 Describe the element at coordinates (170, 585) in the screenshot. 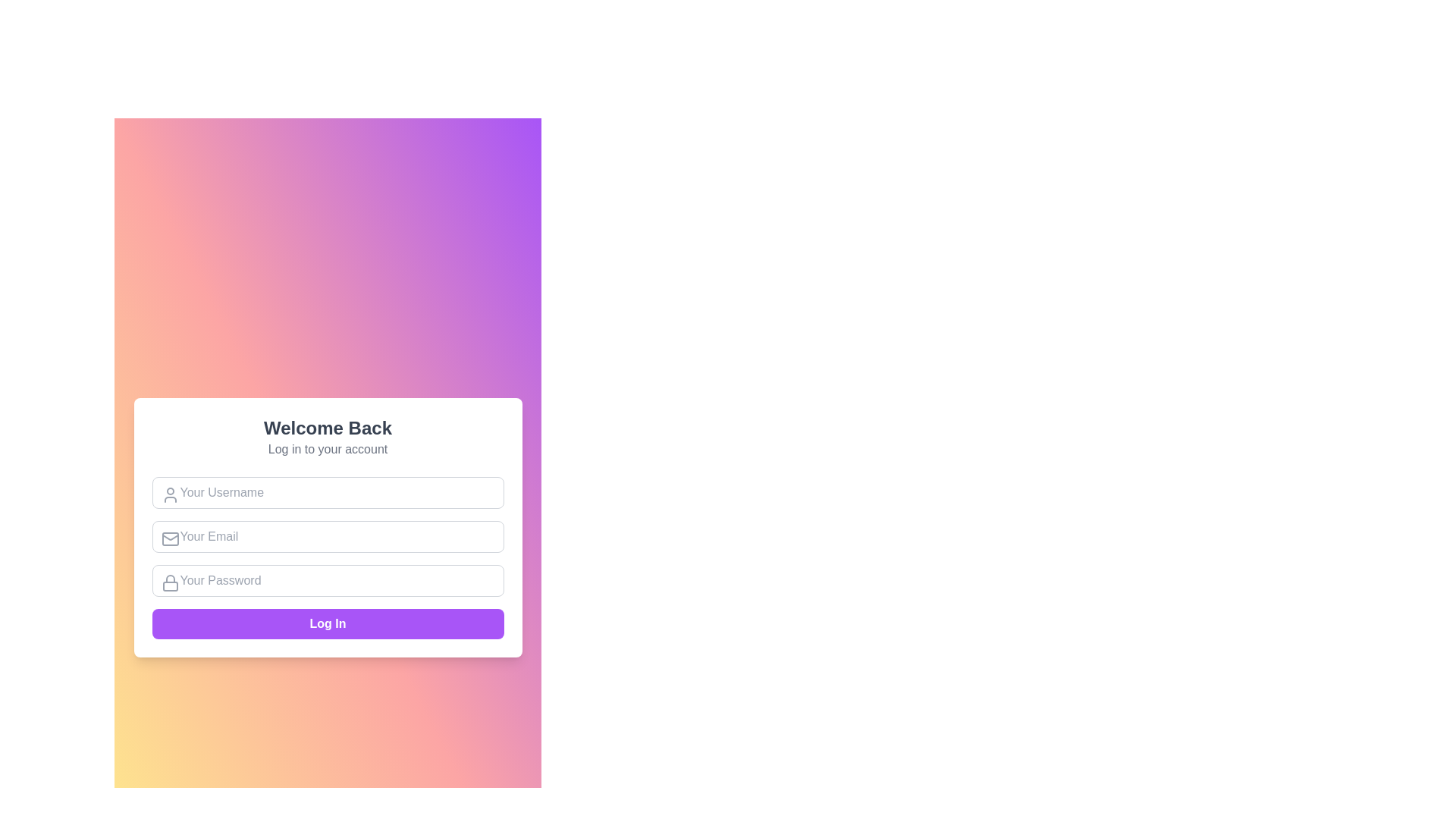

I see `lower part of the lock icon, which is a visual component symbolizing password protection, located to the left of the 'Your Password' input field` at that location.